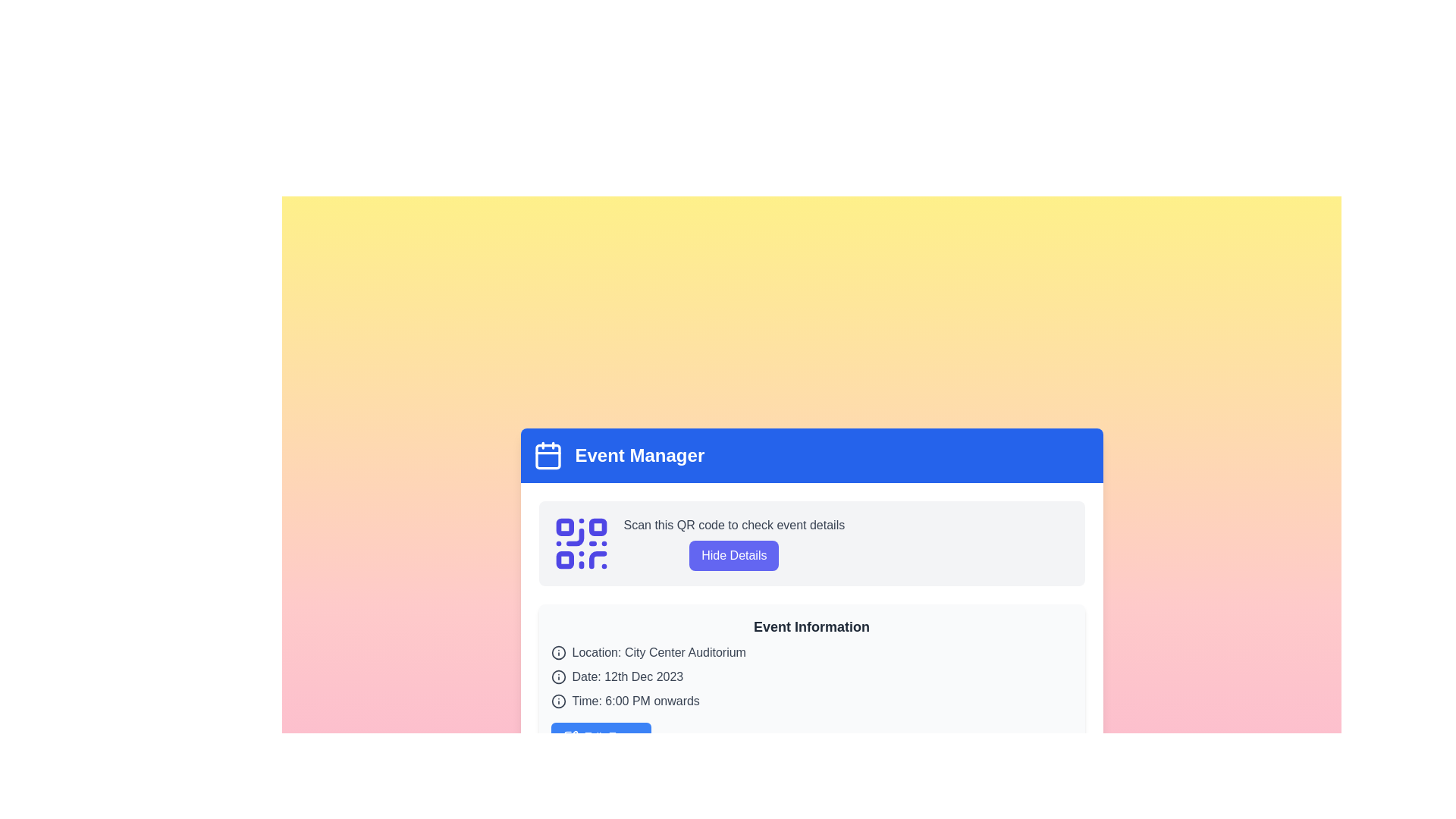  Describe the element at coordinates (600, 736) in the screenshot. I see `the 'Edit Event' button, which has rounded corners, a blue background, and is located at the bottom of the event detail panel` at that location.